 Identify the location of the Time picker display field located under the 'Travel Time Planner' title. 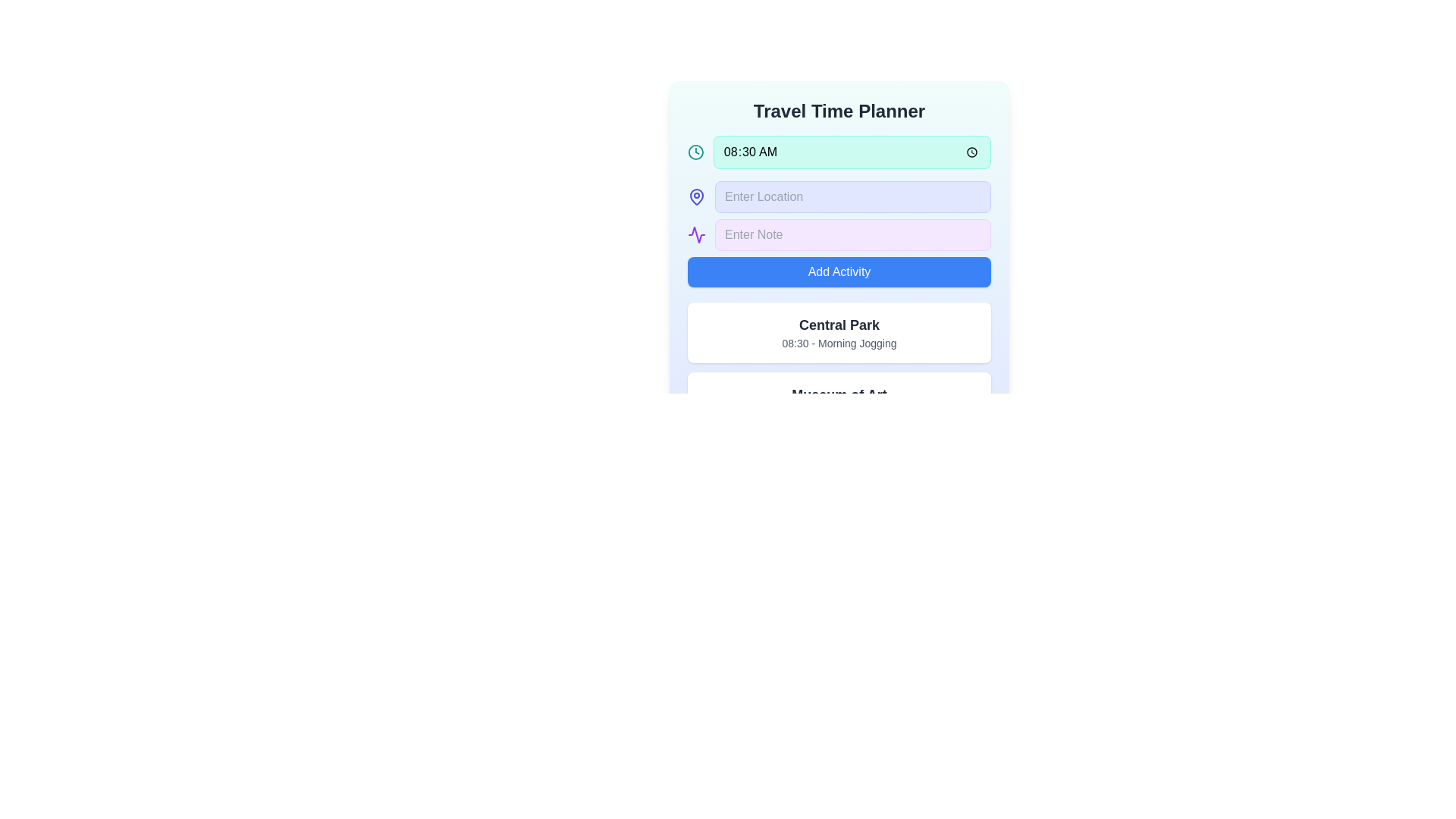
(839, 152).